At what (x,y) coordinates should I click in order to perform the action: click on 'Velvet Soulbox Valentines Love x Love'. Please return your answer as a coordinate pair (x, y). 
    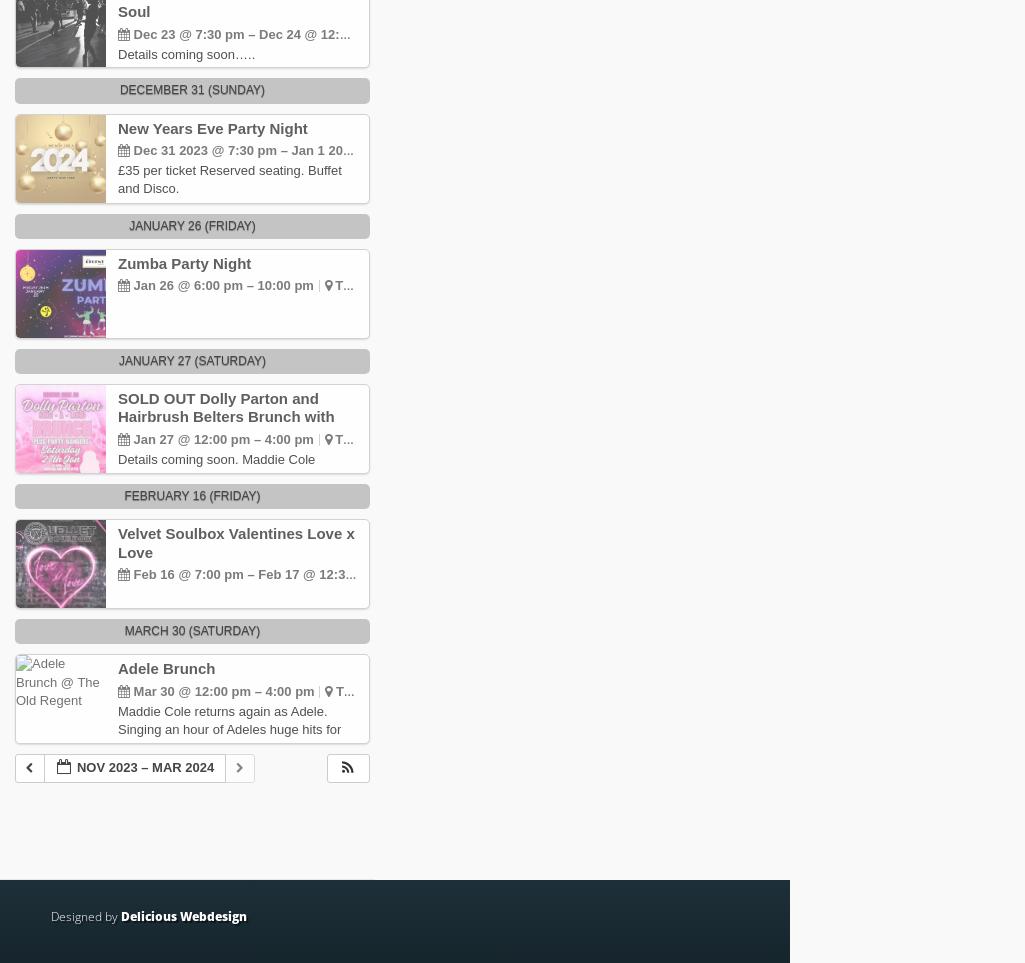
    Looking at the image, I should click on (234, 541).